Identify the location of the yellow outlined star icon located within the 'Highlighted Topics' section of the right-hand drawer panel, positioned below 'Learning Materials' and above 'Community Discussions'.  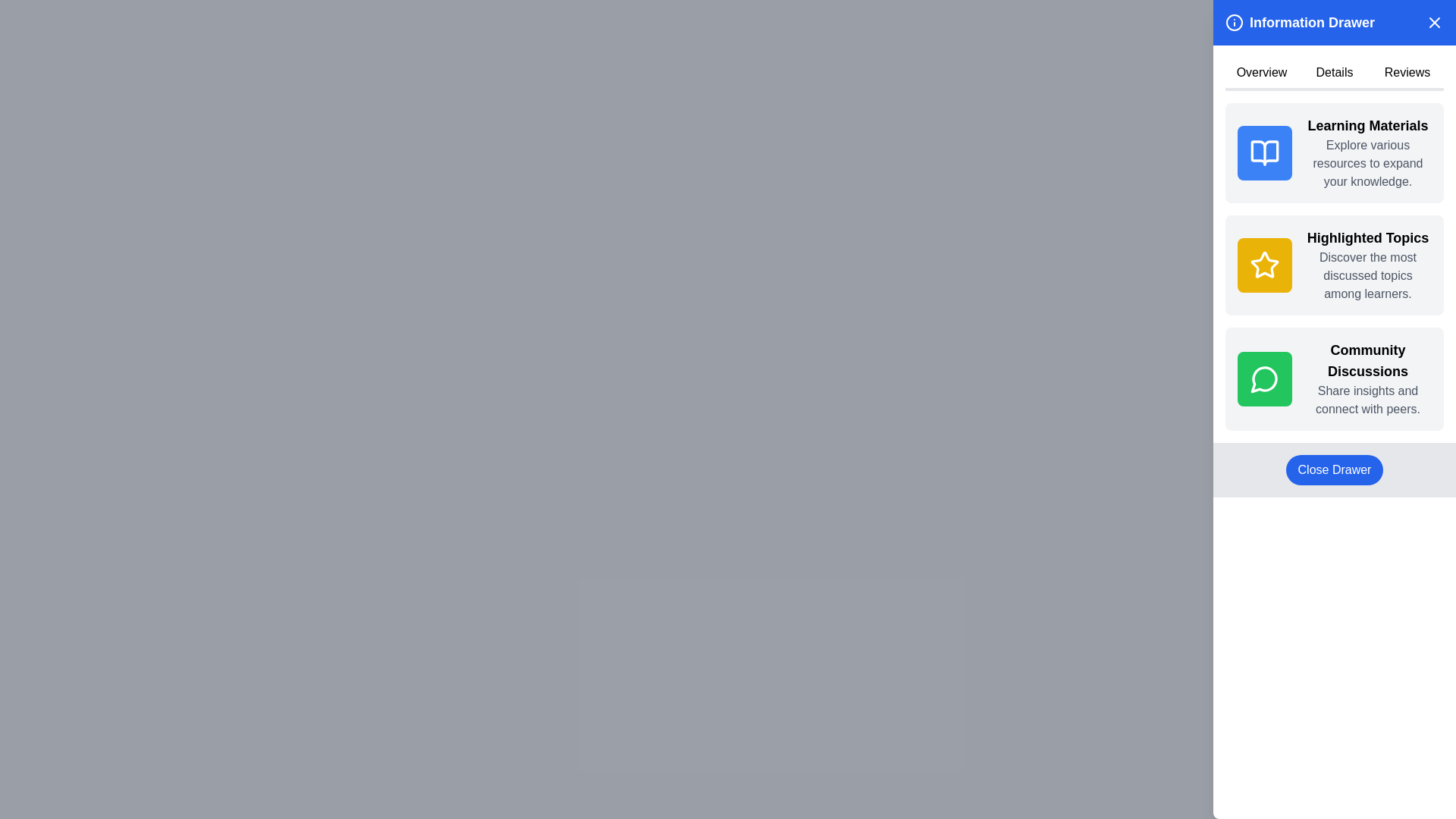
(1265, 265).